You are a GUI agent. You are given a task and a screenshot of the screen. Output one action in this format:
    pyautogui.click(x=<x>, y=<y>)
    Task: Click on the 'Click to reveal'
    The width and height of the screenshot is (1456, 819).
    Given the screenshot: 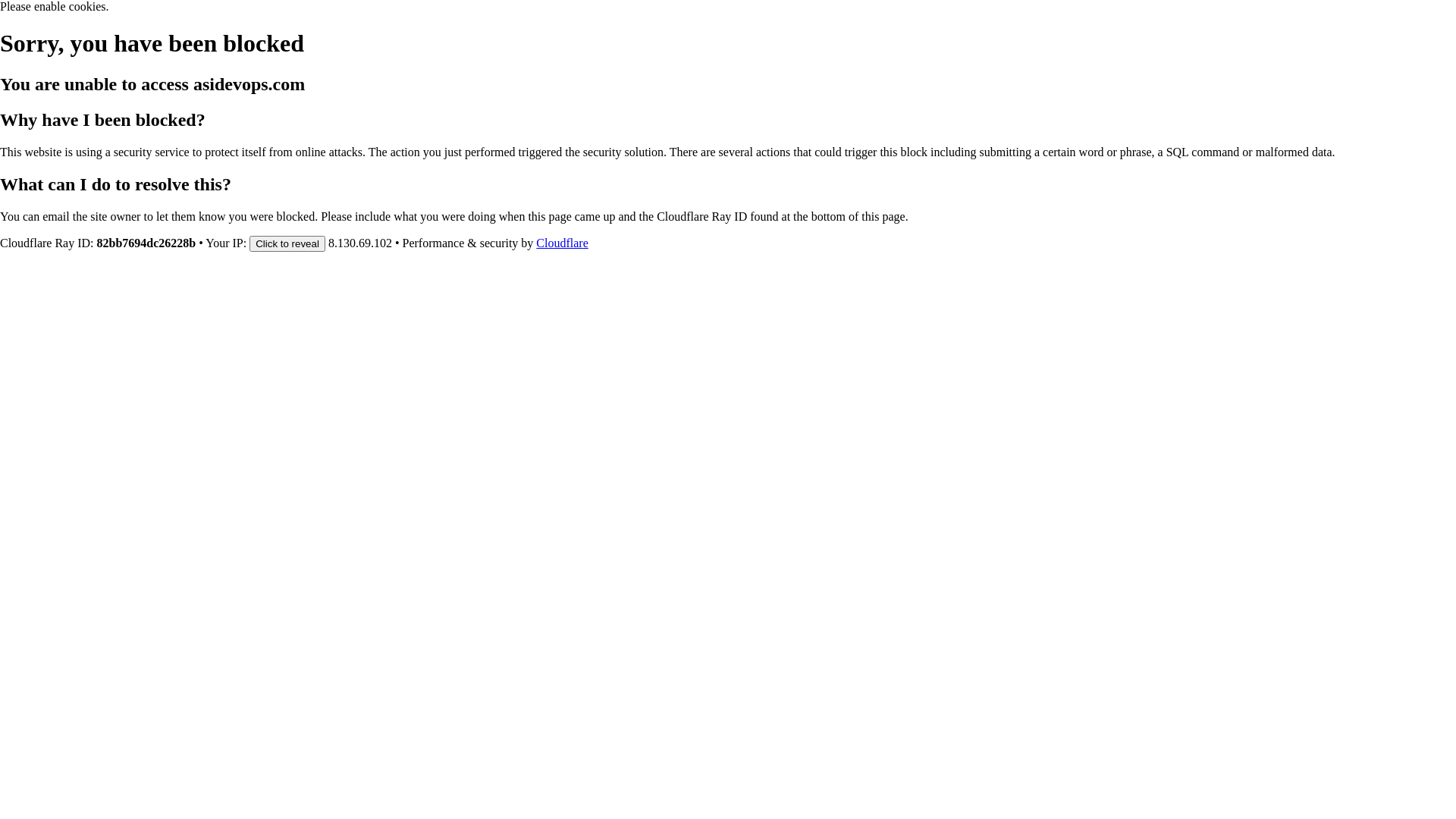 What is the action you would take?
    pyautogui.click(x=249, y=242)
    